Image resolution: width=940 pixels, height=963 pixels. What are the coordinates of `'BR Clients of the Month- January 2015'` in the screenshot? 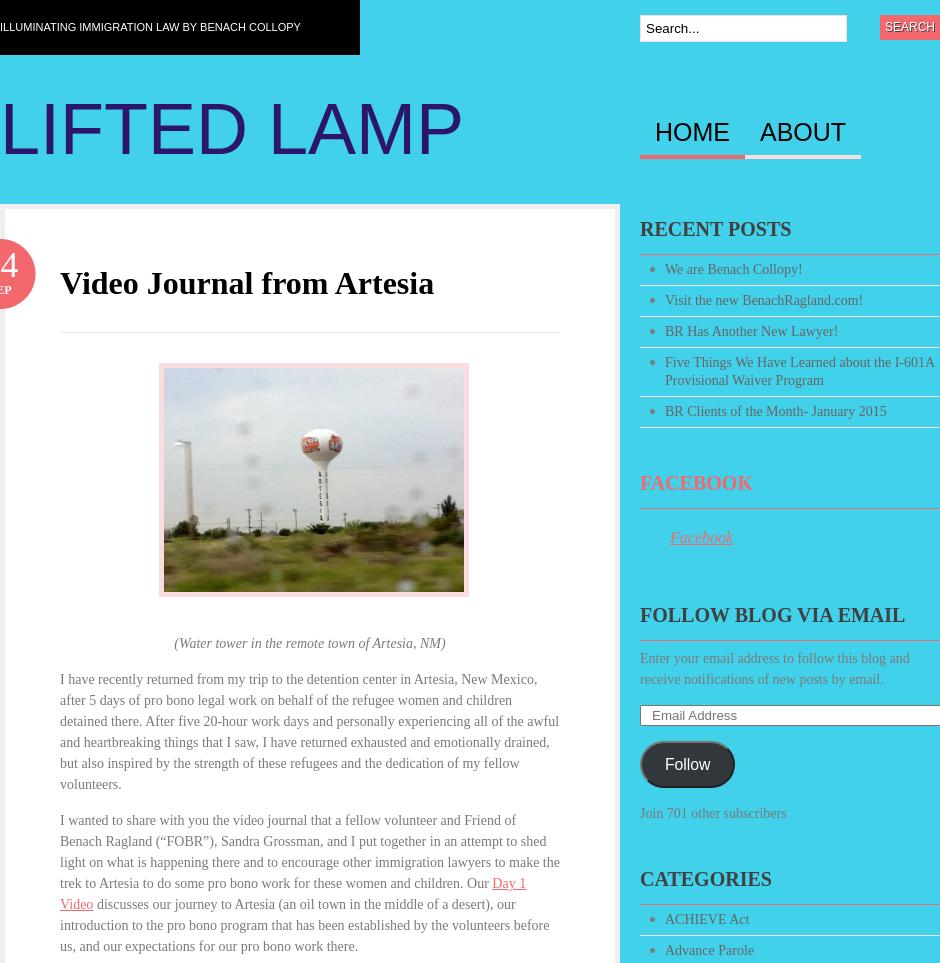 It's located at (774, 411).